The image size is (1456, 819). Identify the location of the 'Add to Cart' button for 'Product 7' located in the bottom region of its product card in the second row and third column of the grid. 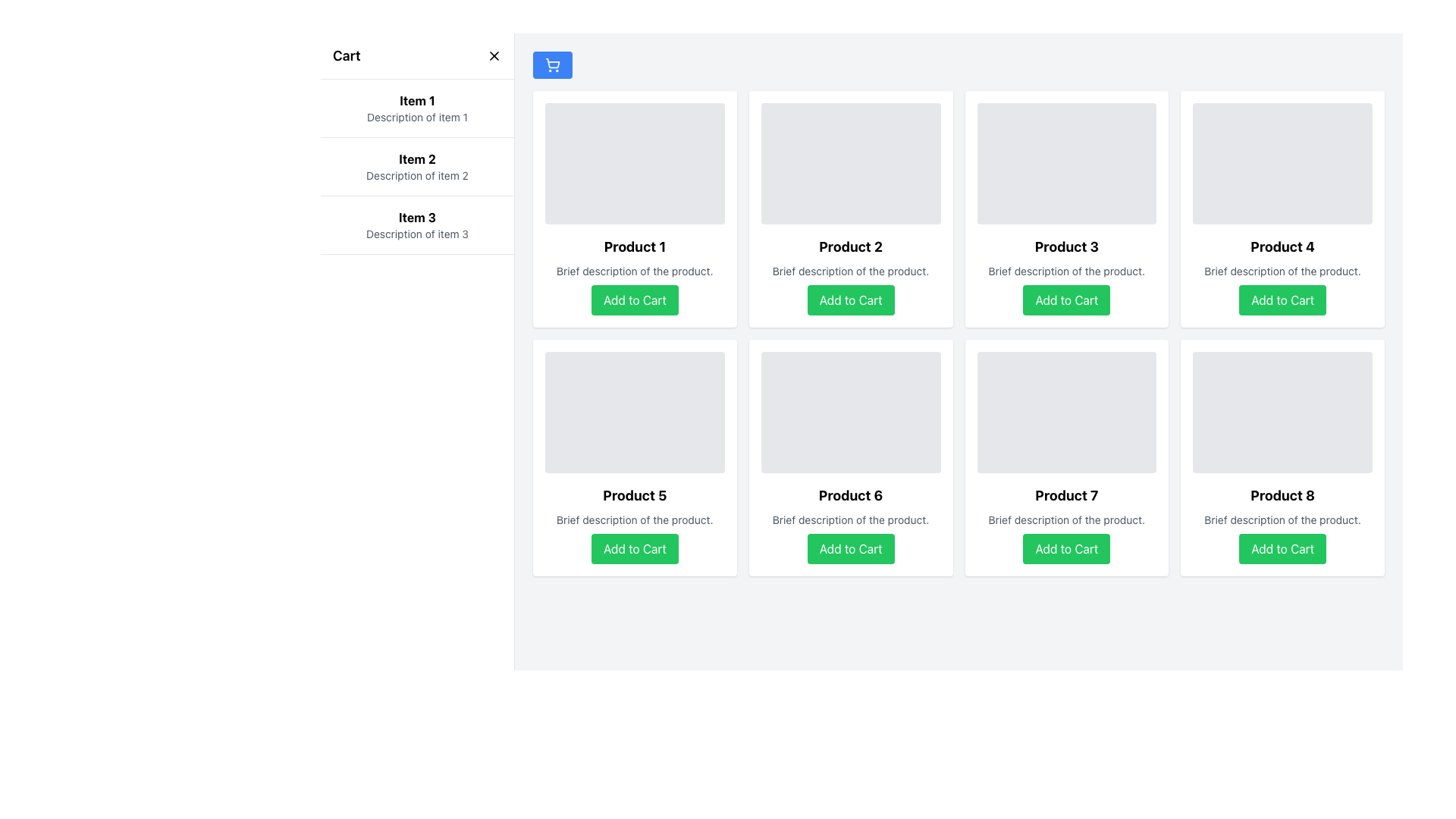
(1065, 549).